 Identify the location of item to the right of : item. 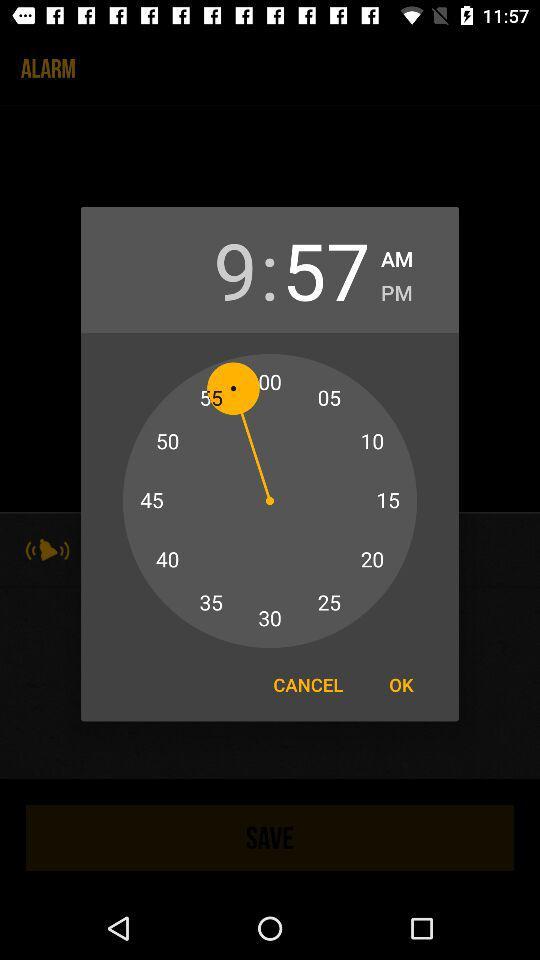
(326, 268).